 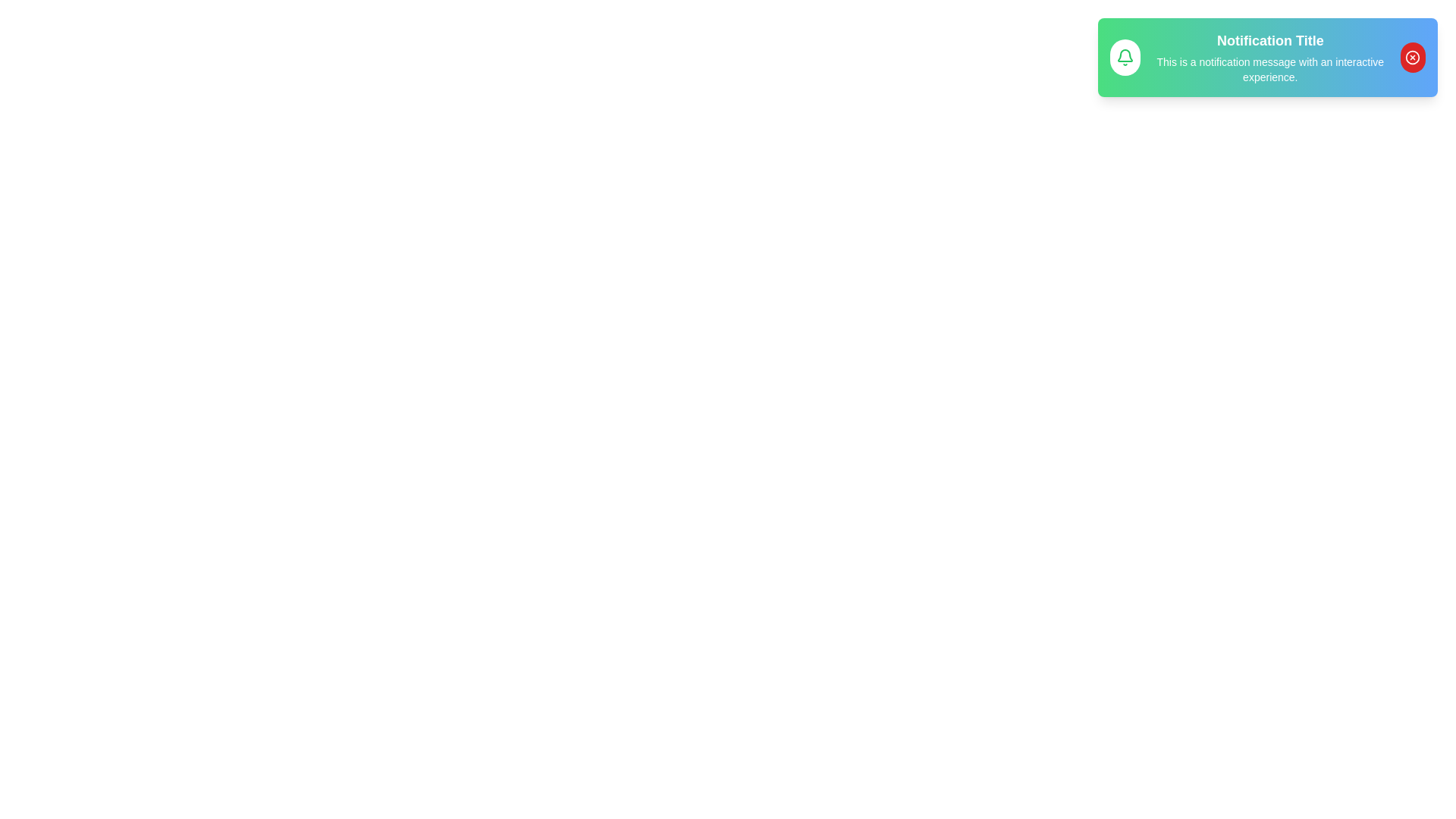 I want to click on the red close button to dismiss the notification, so click(x=1411, y=57).